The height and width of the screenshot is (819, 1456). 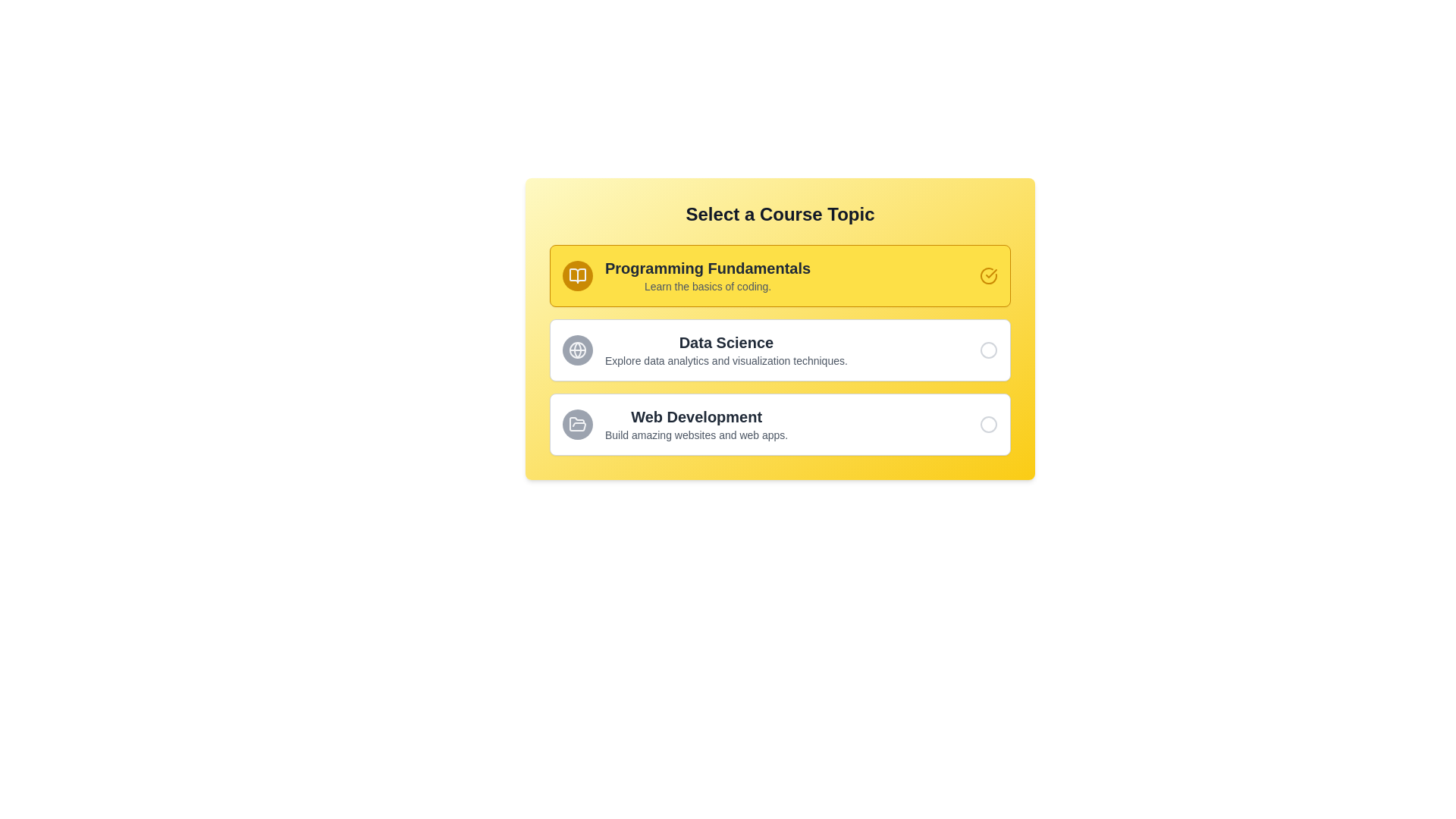 I want to click on the static text providing a brief description about the course 'Programming Fundamentals', located directly under the course header within the yellow-highlighted section, so click(x=707, y=287).